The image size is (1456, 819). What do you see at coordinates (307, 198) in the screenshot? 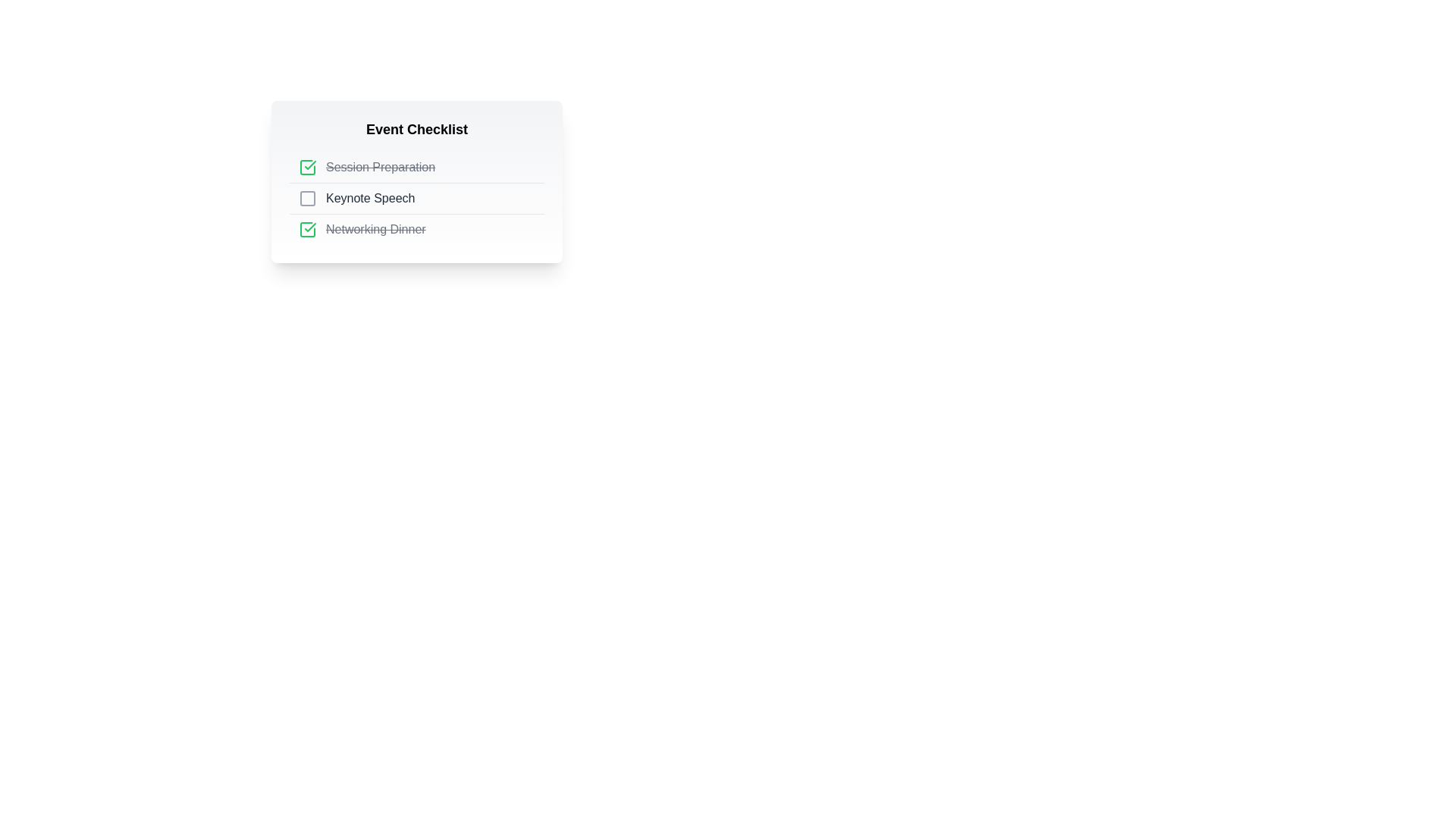
I see `the icon indicating the state of the checklist item 'Keynote Speech'` at bounding box center [307, 198].